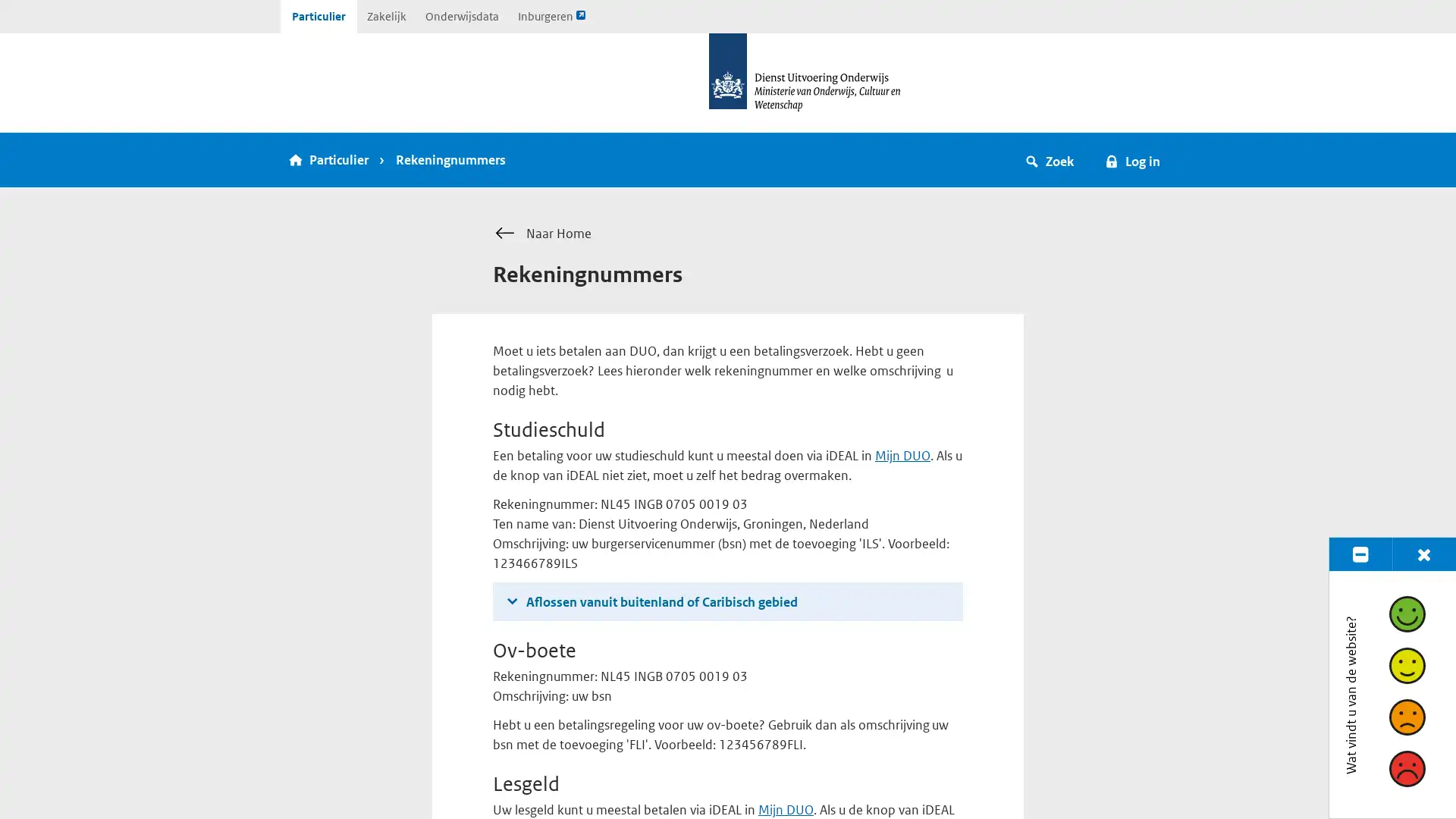  Describe the element at coordinates (1405, 717) in the screenshot. I see `Matig` at that location.